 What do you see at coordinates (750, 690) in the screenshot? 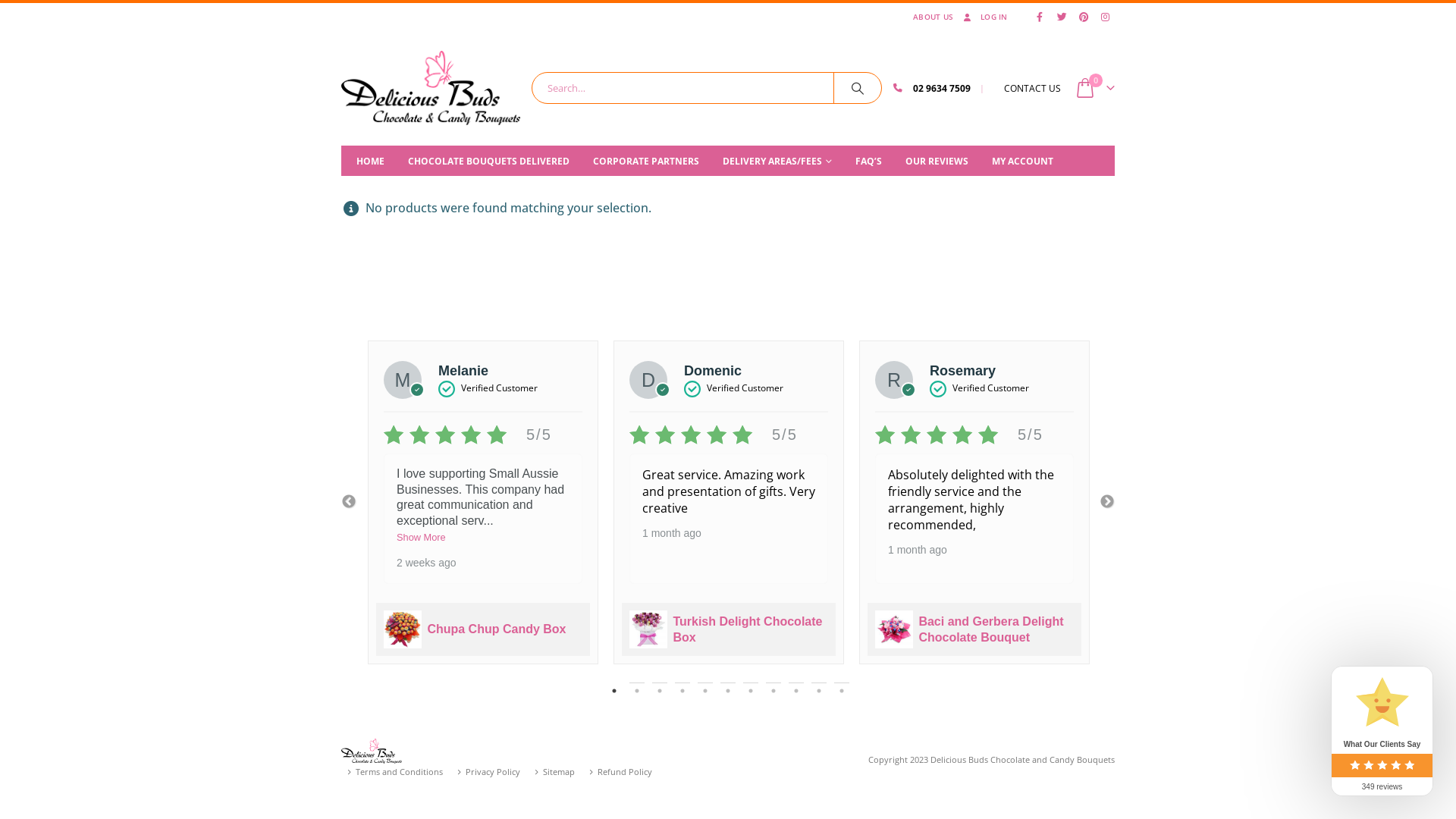
I see `'7'` at bounding box center [750, 690].